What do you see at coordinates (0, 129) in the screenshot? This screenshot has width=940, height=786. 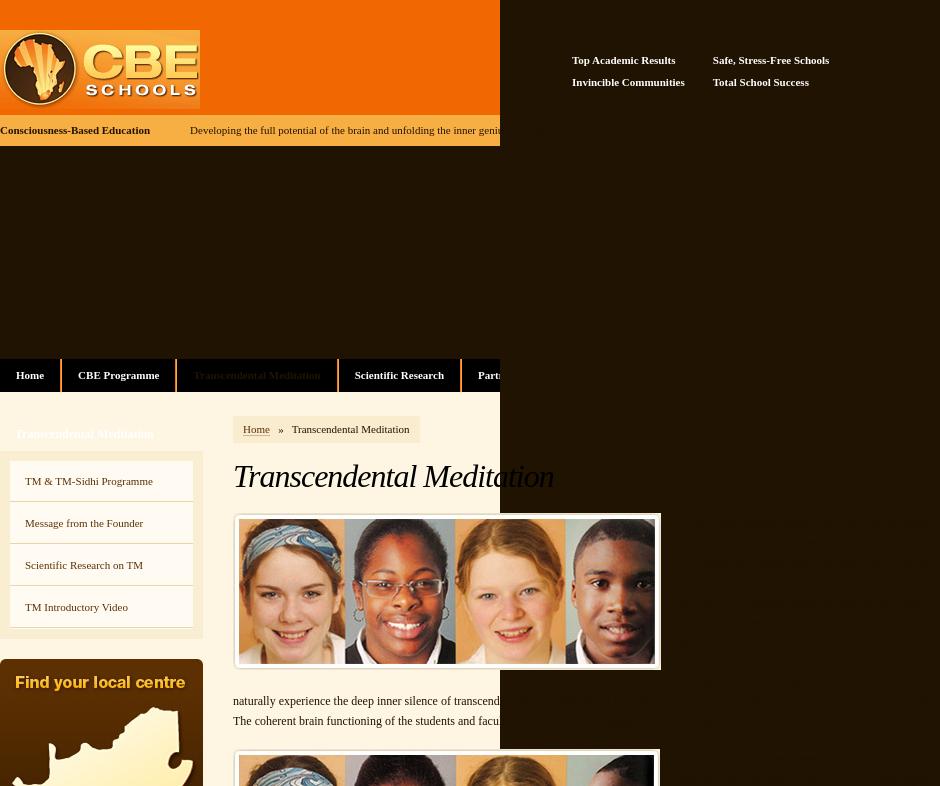 I see `'Consciousness-Based Education'` at bounding box center [0, 129].